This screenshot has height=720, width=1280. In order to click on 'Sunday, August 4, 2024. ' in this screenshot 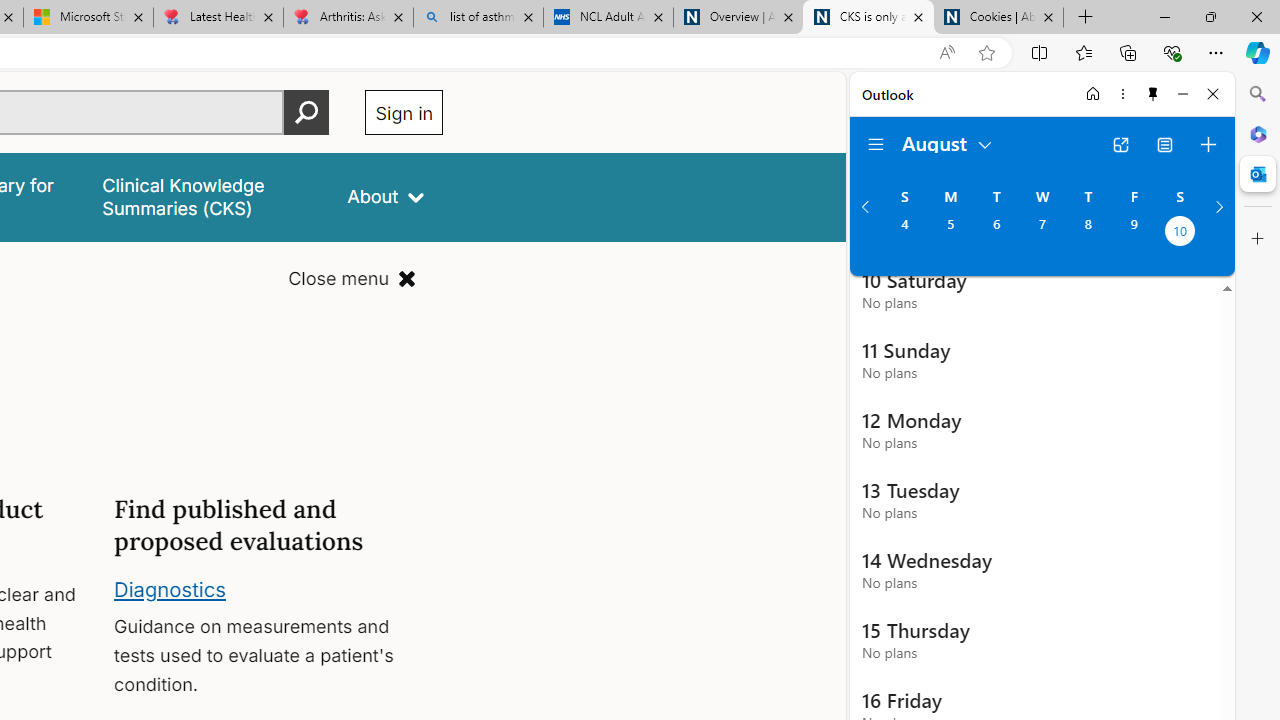, I will do `click(903, 232)`.